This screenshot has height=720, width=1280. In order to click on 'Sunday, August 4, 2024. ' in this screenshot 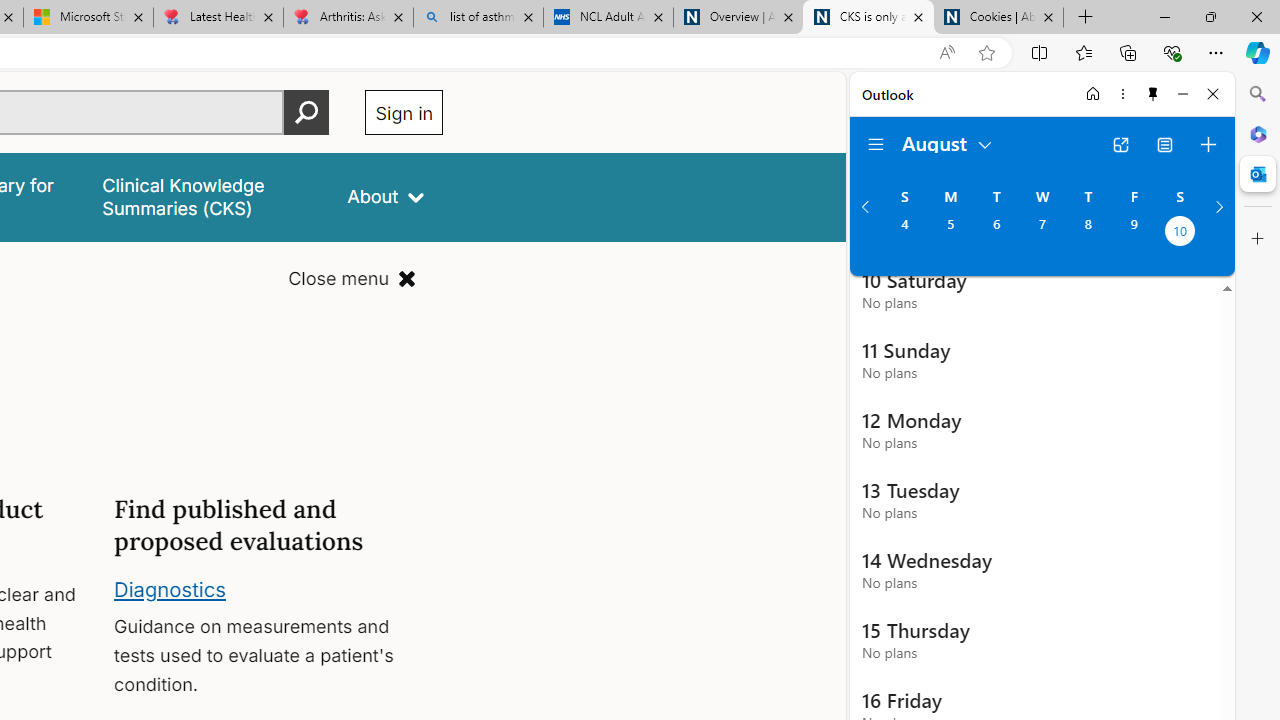, I will do `click(903, 232)`.